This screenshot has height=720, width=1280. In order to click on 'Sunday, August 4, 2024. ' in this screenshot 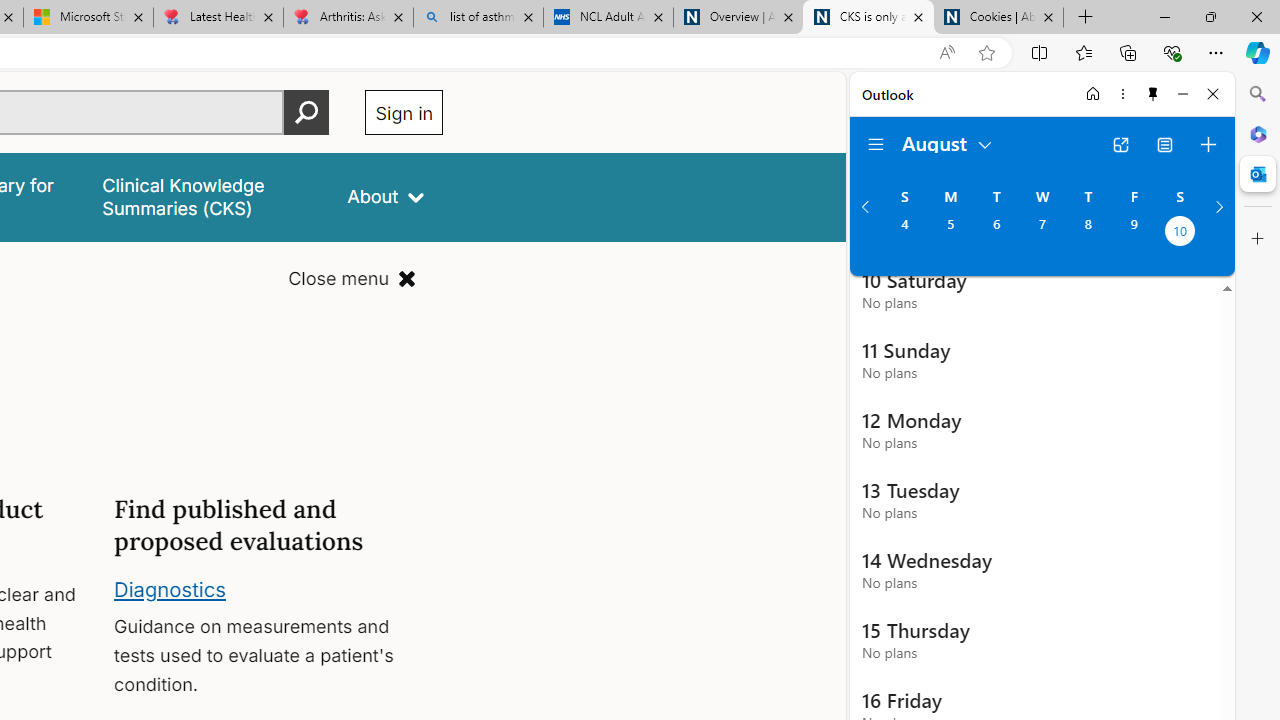, I will do `click(903, 232)`.